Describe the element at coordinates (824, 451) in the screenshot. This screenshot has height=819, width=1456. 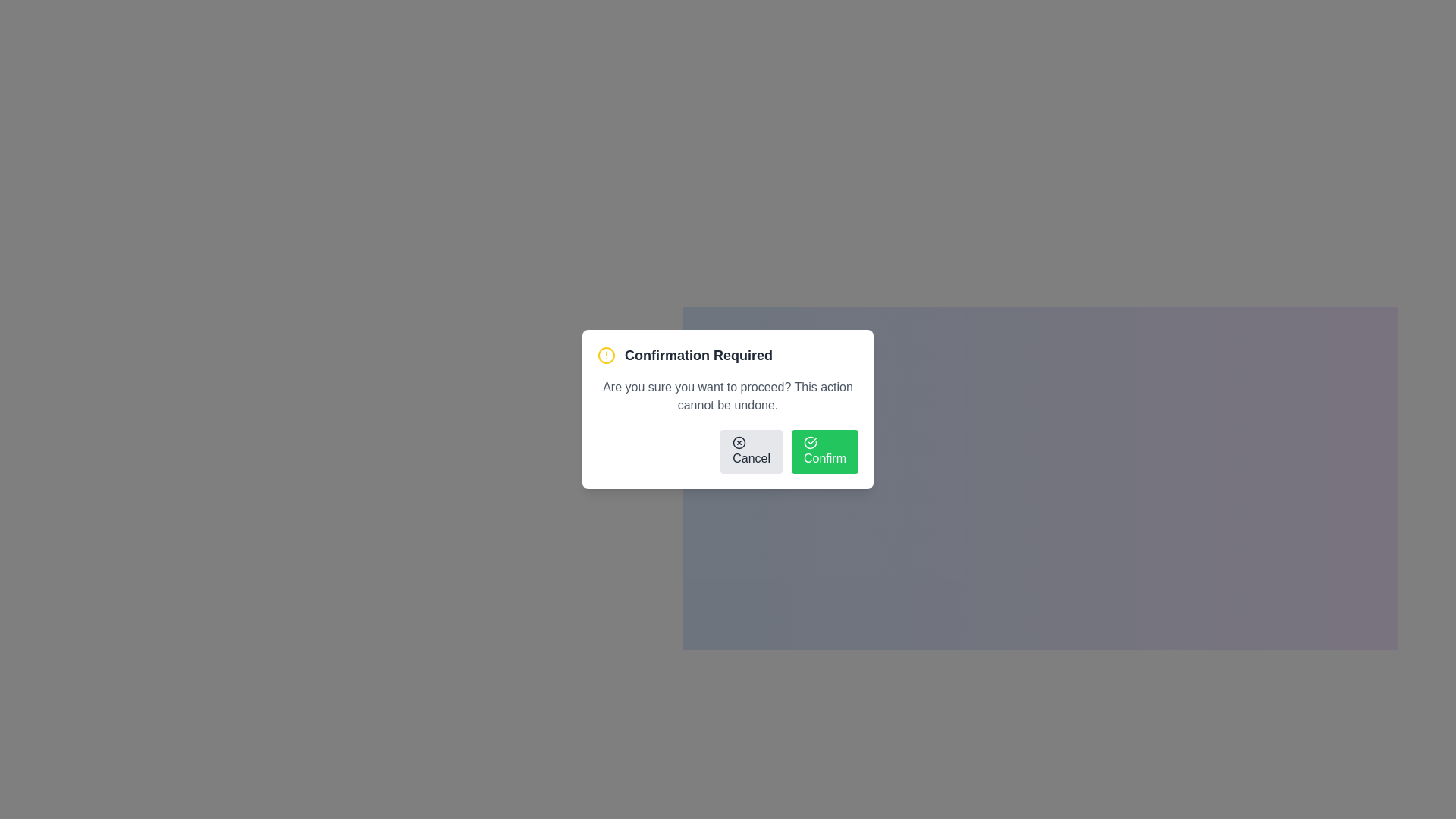
I see `the green 'Confirm' button with white text and a checkmark icon located at the bottom right corner of the modal dialog box` at that location.